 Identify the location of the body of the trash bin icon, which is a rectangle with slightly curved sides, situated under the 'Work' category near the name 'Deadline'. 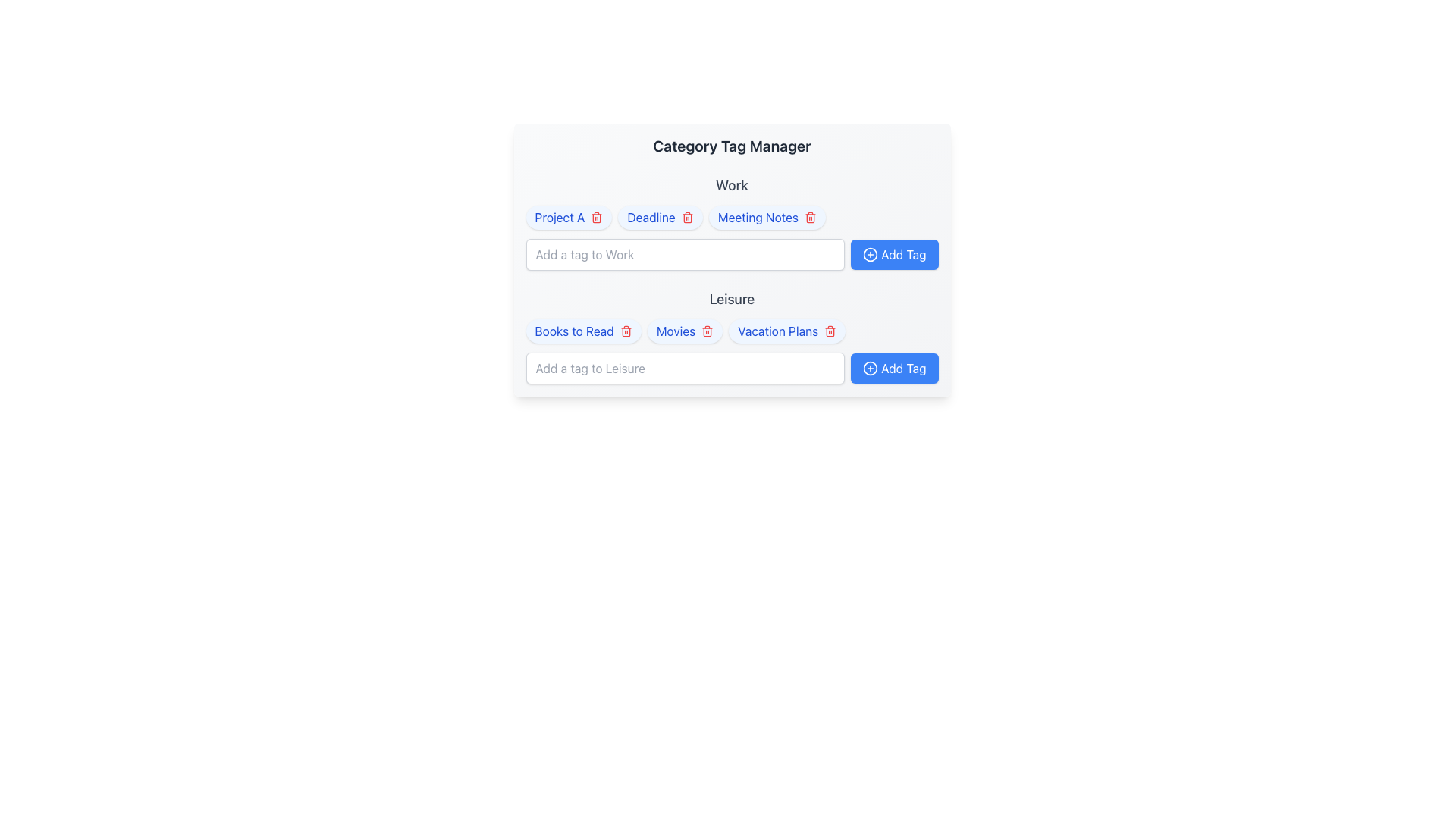
(686, 218).